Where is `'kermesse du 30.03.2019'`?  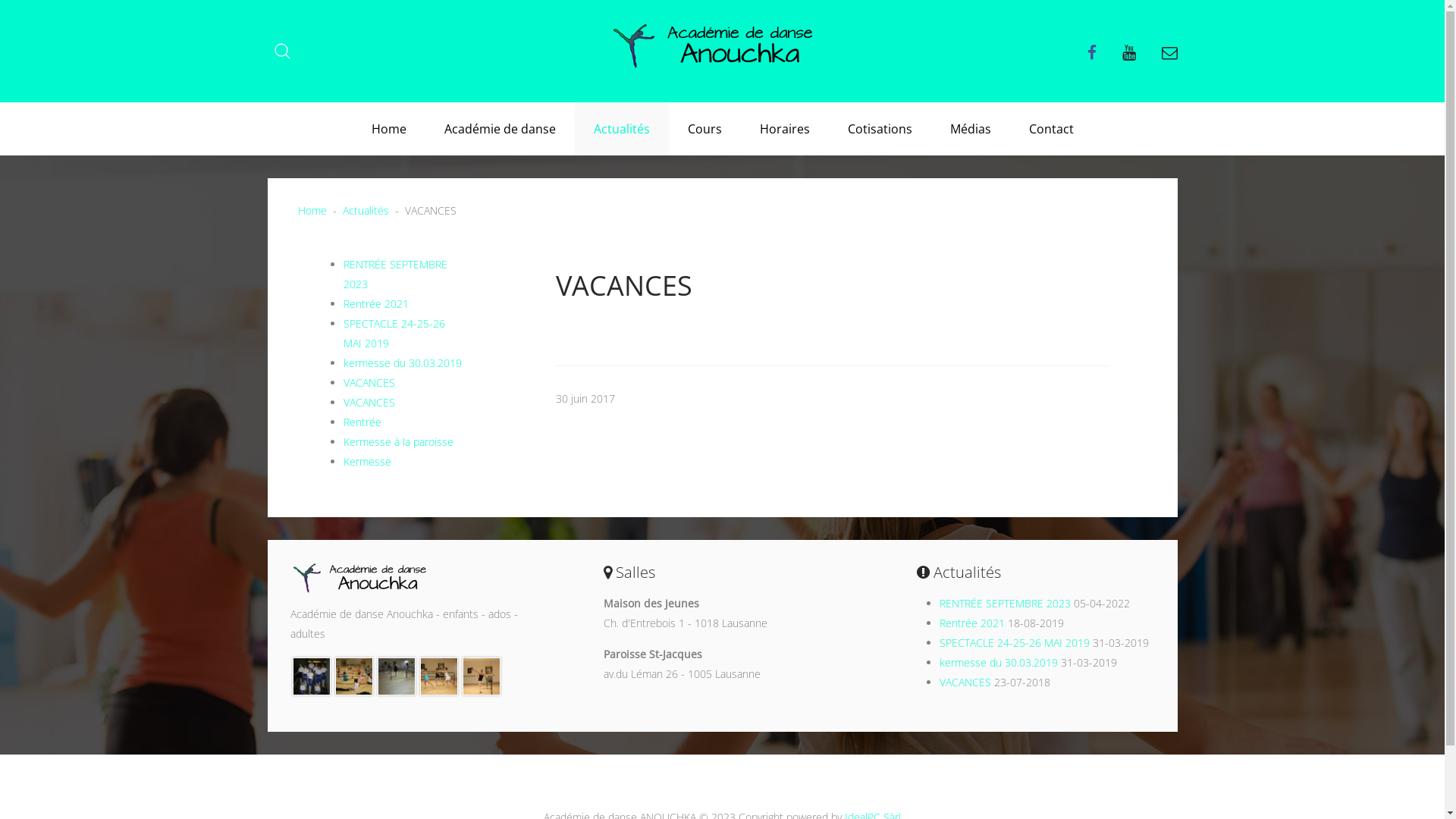
'kermesse du 30.03.2019' is located at coordinates (998, 661).